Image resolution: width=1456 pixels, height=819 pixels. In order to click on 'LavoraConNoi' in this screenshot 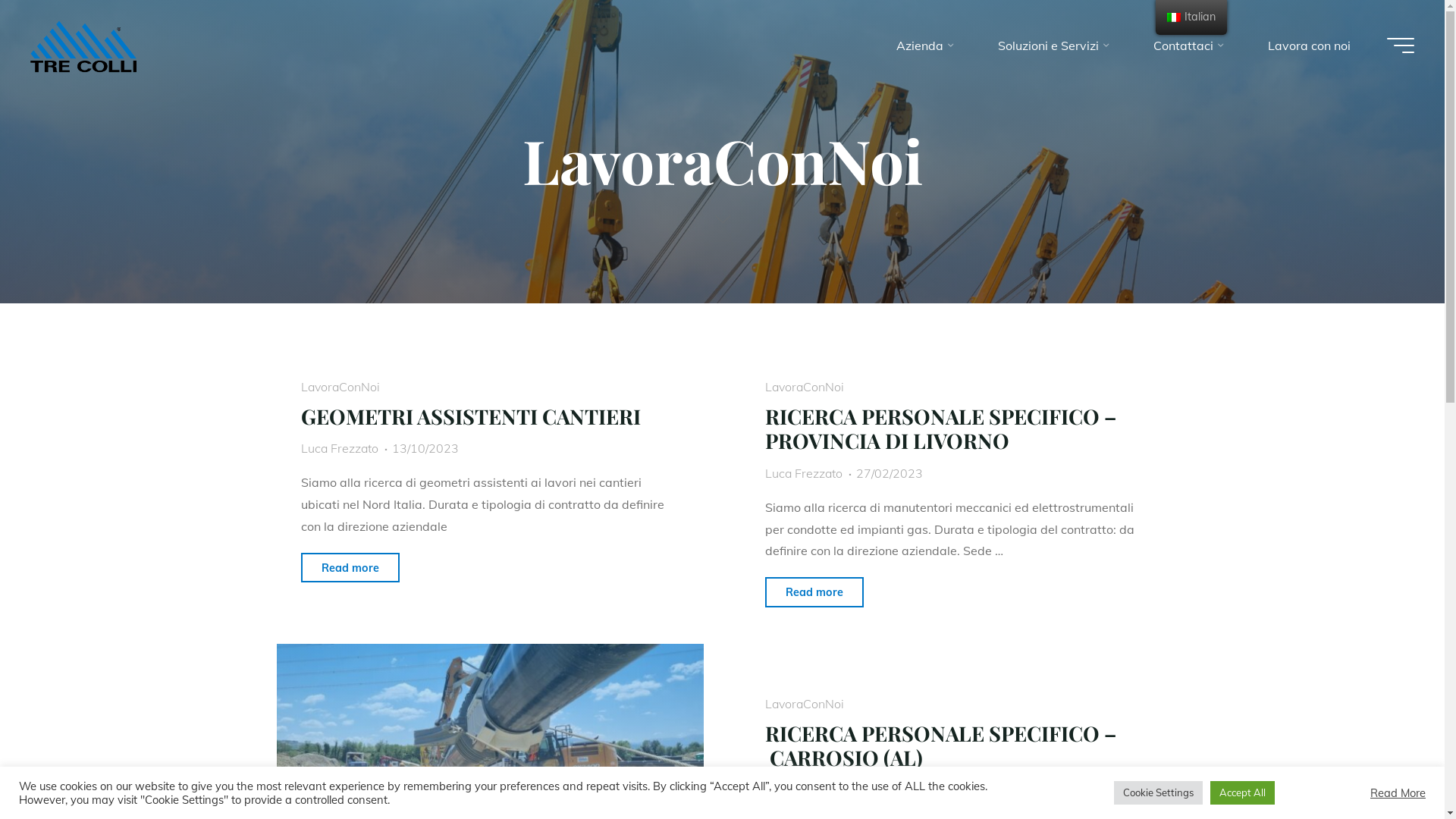, I will do `click(803, 385)`.